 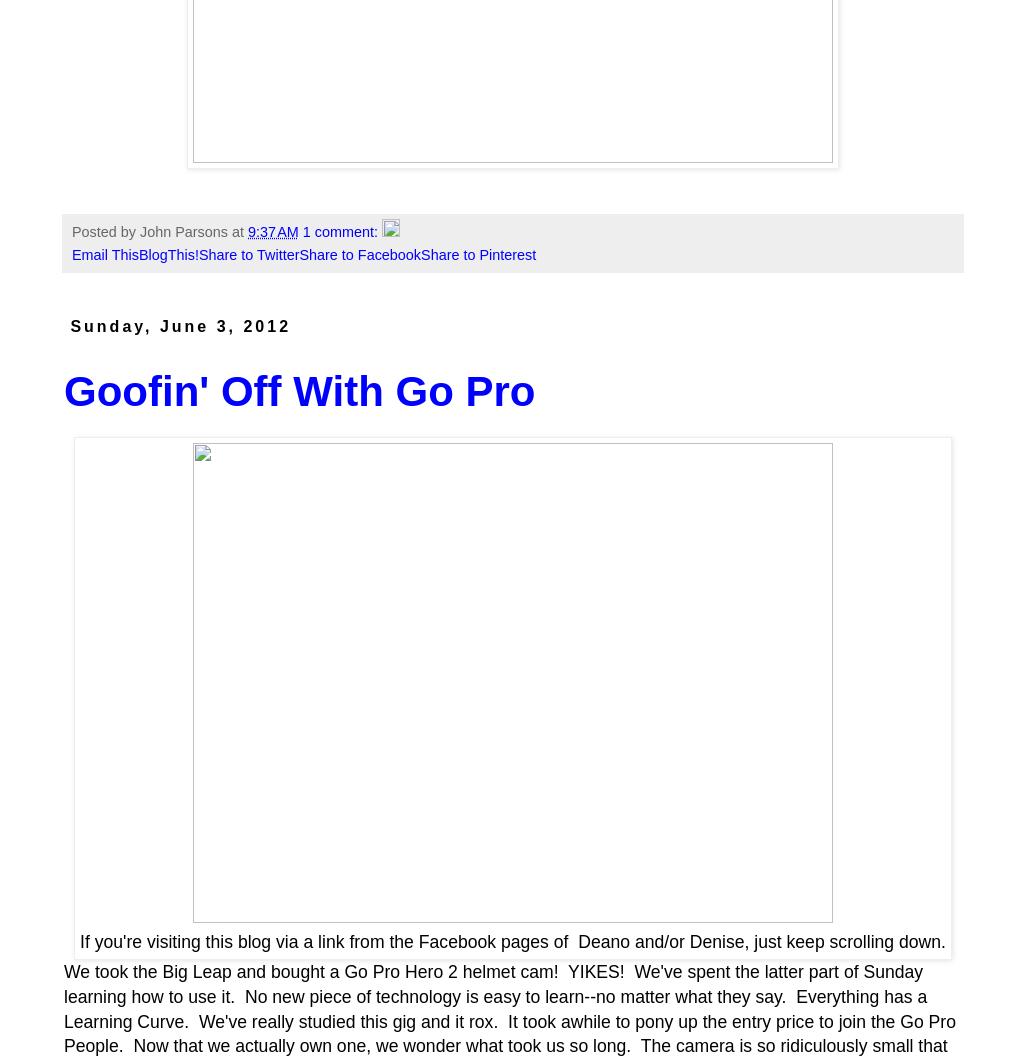 What do you see at coordinates (247, 254) in the screenshot?
I see `'Share to Twitter'` at bounding box center [247, 254].